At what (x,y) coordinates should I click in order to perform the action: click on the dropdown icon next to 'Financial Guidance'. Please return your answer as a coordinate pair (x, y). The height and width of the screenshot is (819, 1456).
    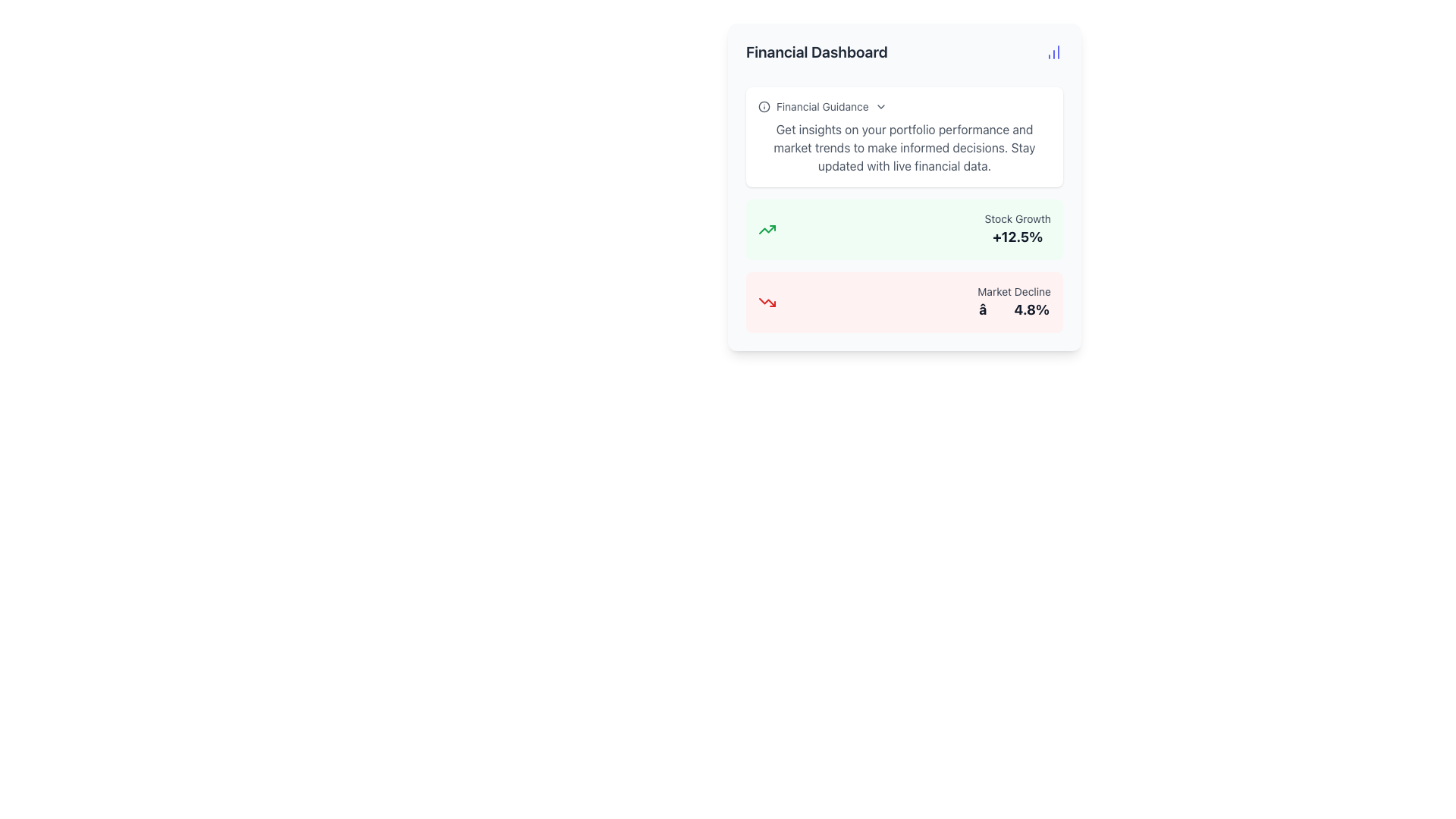
    Looking at the image, I should click on (880, 106).